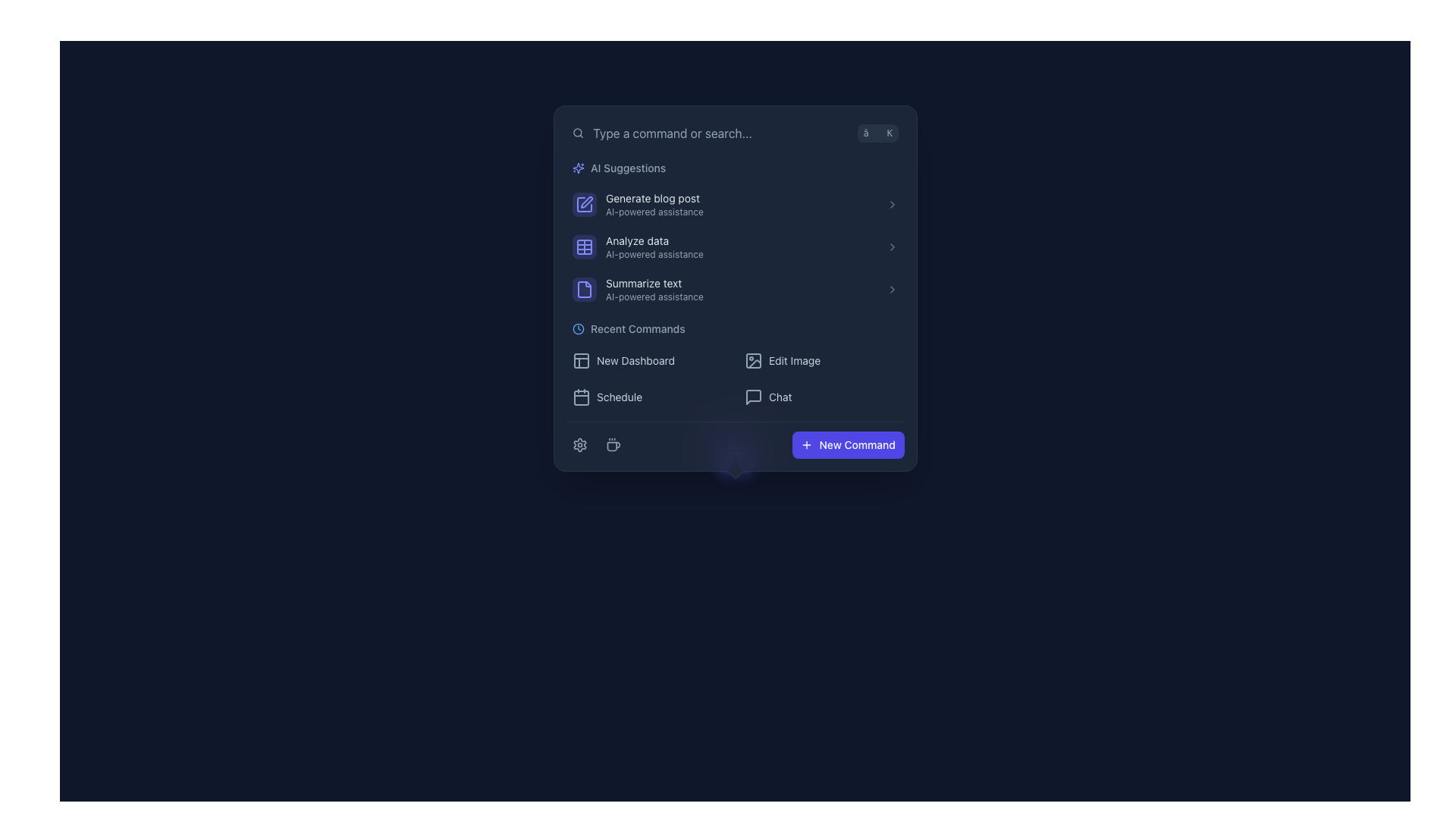 The width and height of the screenshot is (1456, 819). What do you see at coordinates (753, 397) in the screenshot?
I see `the chat icon located in the 'Chat' row of the 'Recent Commands' section` at bounding box center [753, 397].